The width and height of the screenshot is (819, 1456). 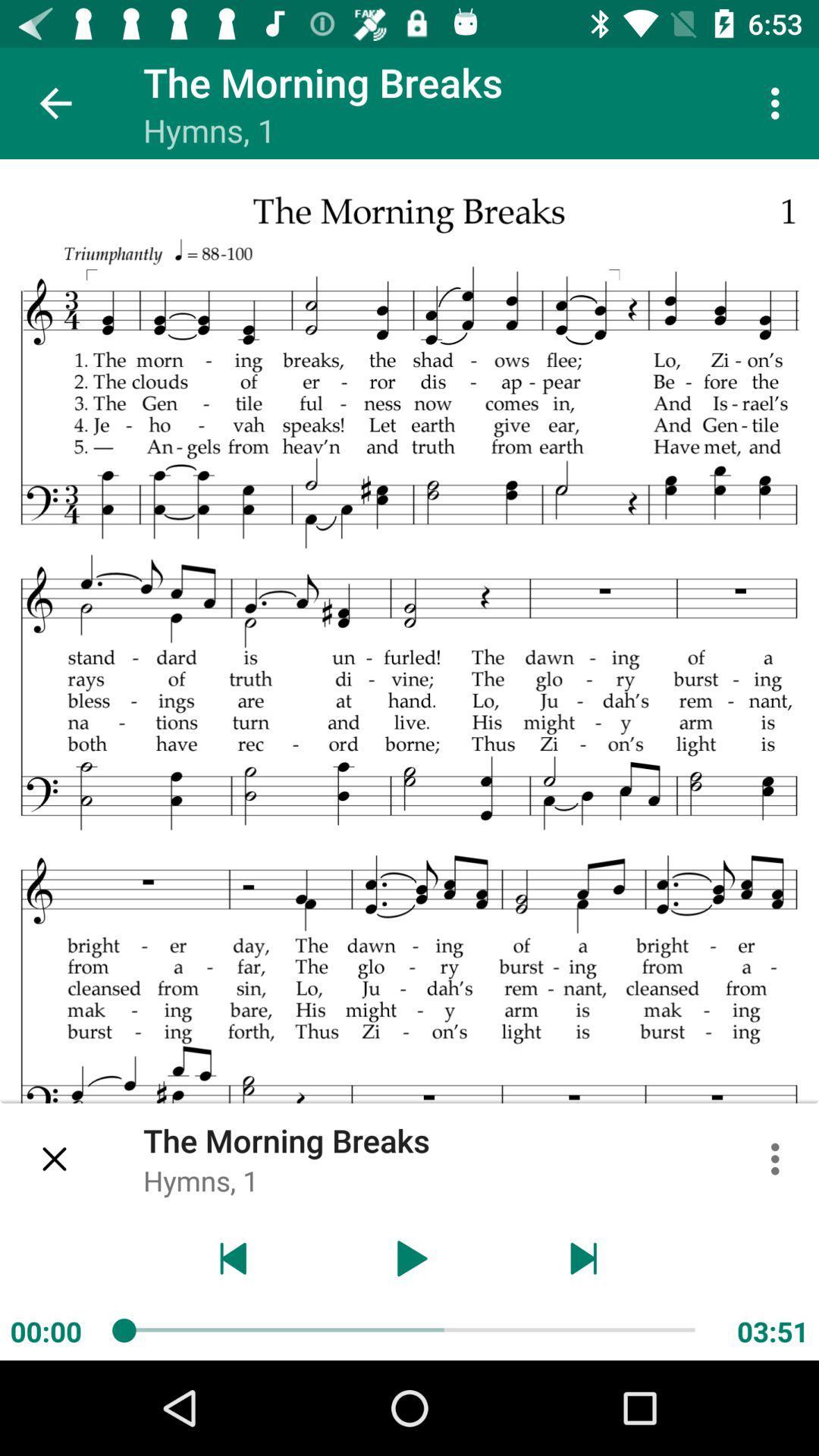 I want to click on the skip_previous icon, so click(x=234, y=1258).